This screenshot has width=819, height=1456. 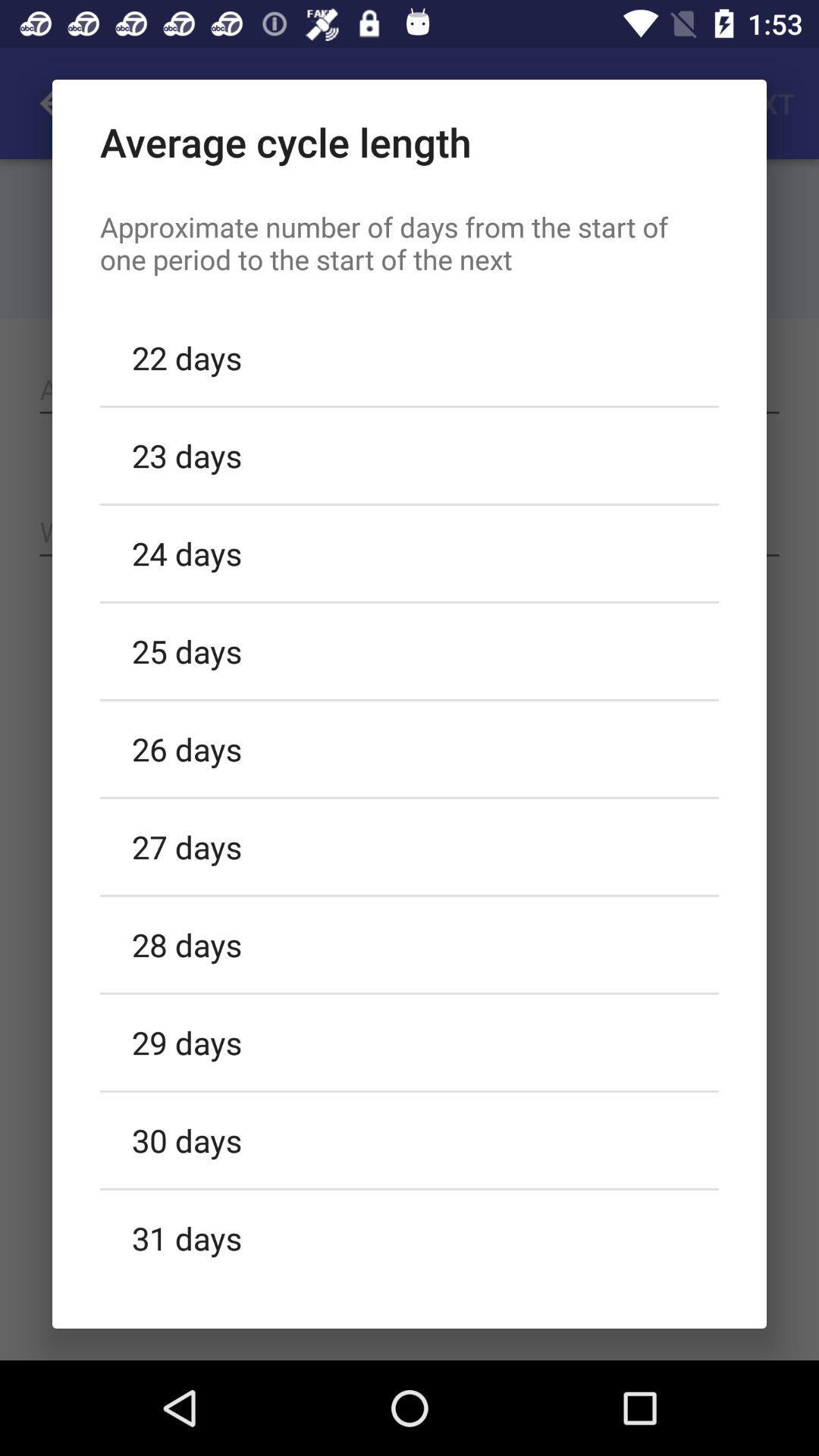 I want to click on 27 days, so click(x=409, y=846).